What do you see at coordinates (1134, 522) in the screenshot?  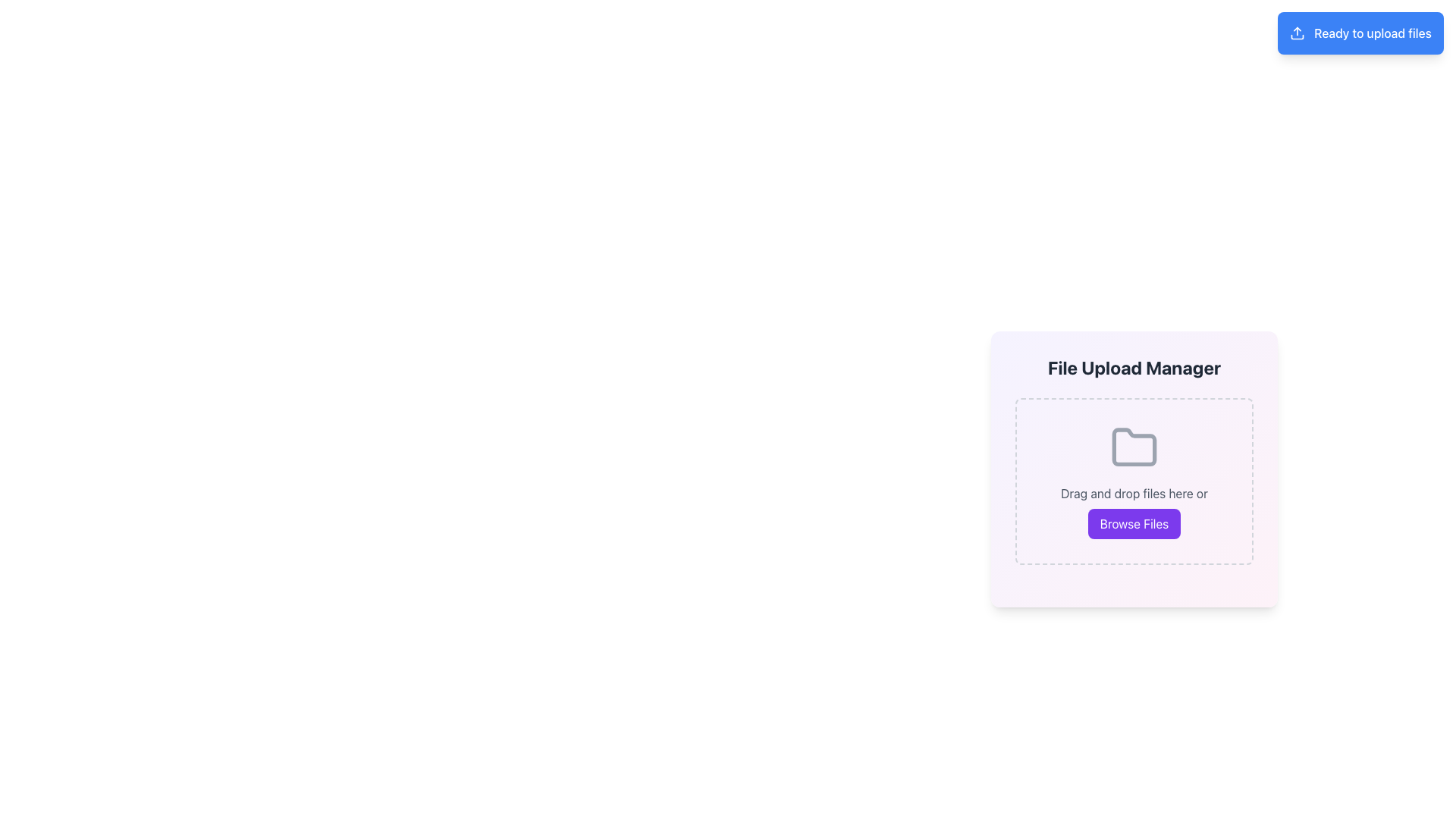 I see `the button located in the 'File Upload Manager' section, which is within a dashed-bordered, rounded rectangular area labeled 'Drag and drop files here or Browse Files'` at bounding box center [1134, 522].